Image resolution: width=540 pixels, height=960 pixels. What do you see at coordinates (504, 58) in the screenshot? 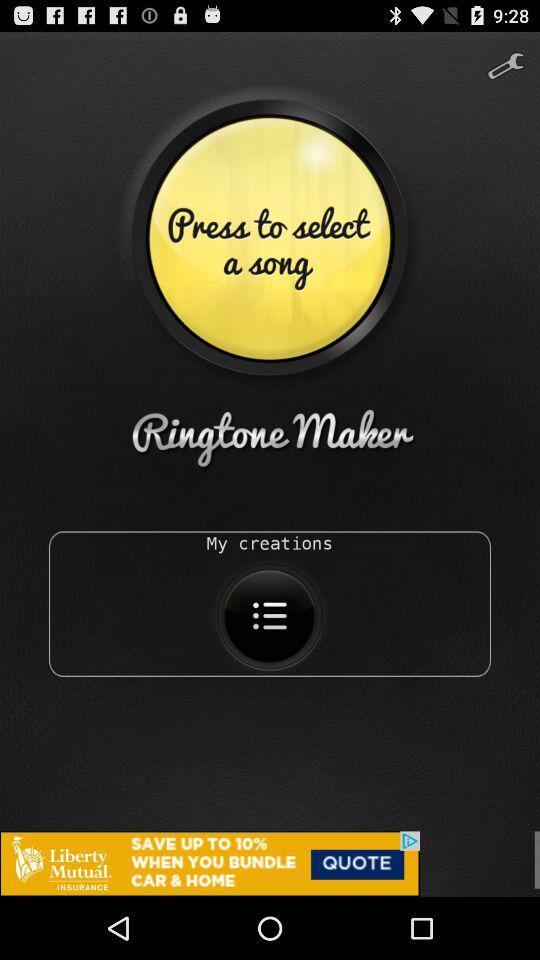
I see `search` at bounding box center [504, 58].